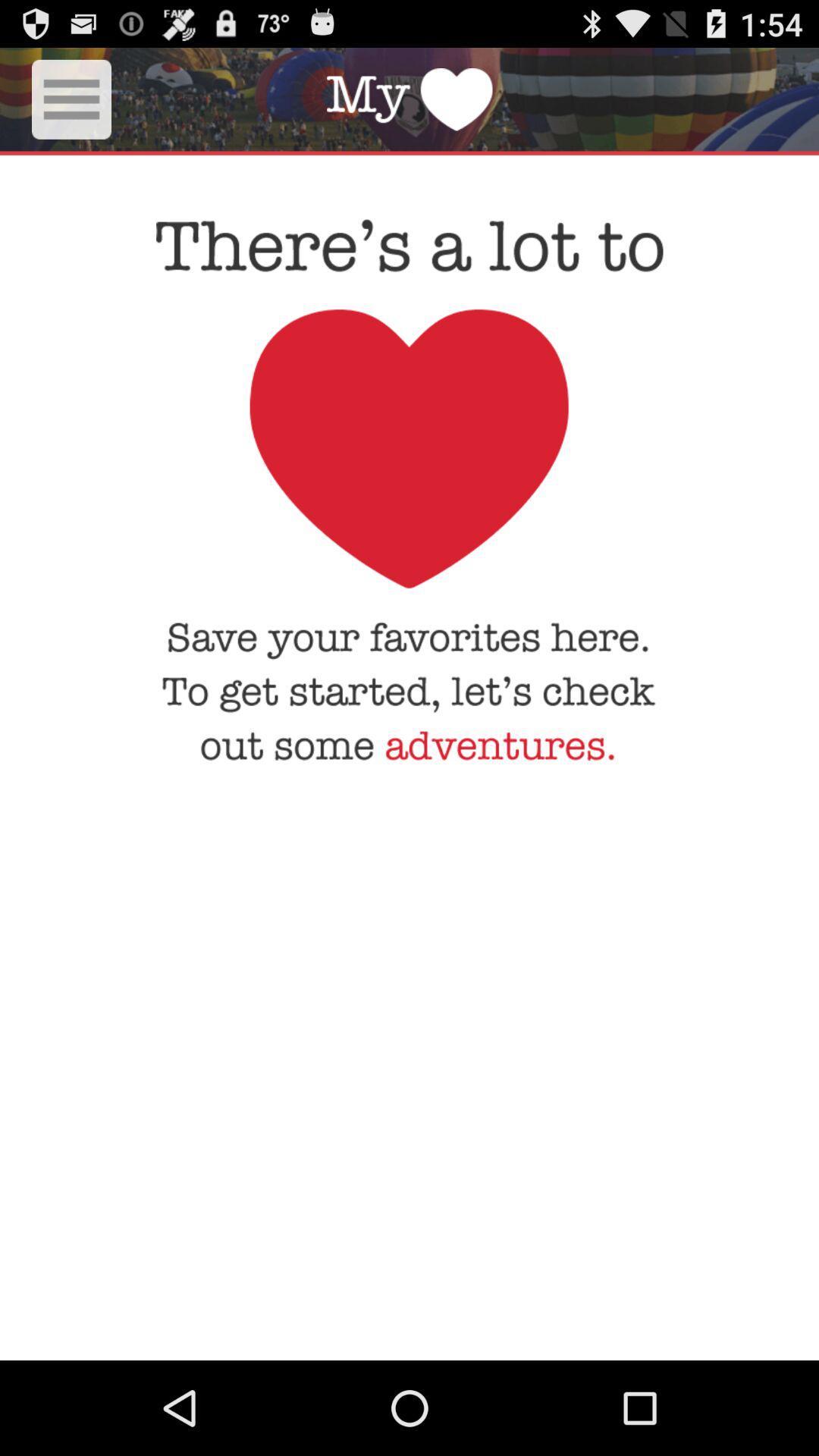 The image size is (819, 1456). What do you see at coordinates (71, 99) in the screenshot?
I see `as list` at bounding box center [71, 99].